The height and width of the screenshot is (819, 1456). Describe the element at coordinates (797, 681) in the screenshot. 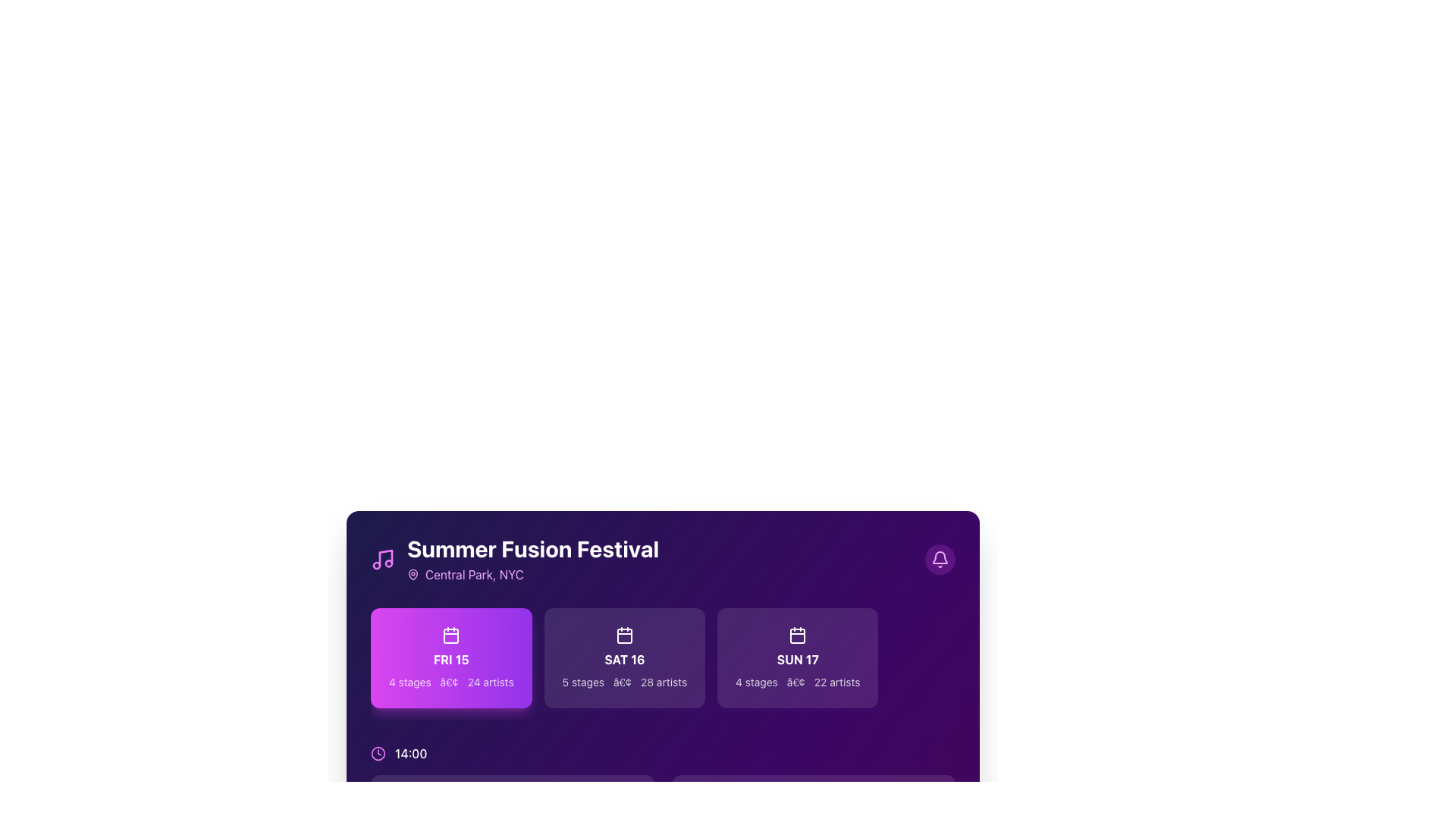

I see `the static text label displaying '4 stages • 22 artists' on a dark purple background, located in the bottom section of the 'SUN 17' card in the 'Summer Fusion Festival' section` at that location.